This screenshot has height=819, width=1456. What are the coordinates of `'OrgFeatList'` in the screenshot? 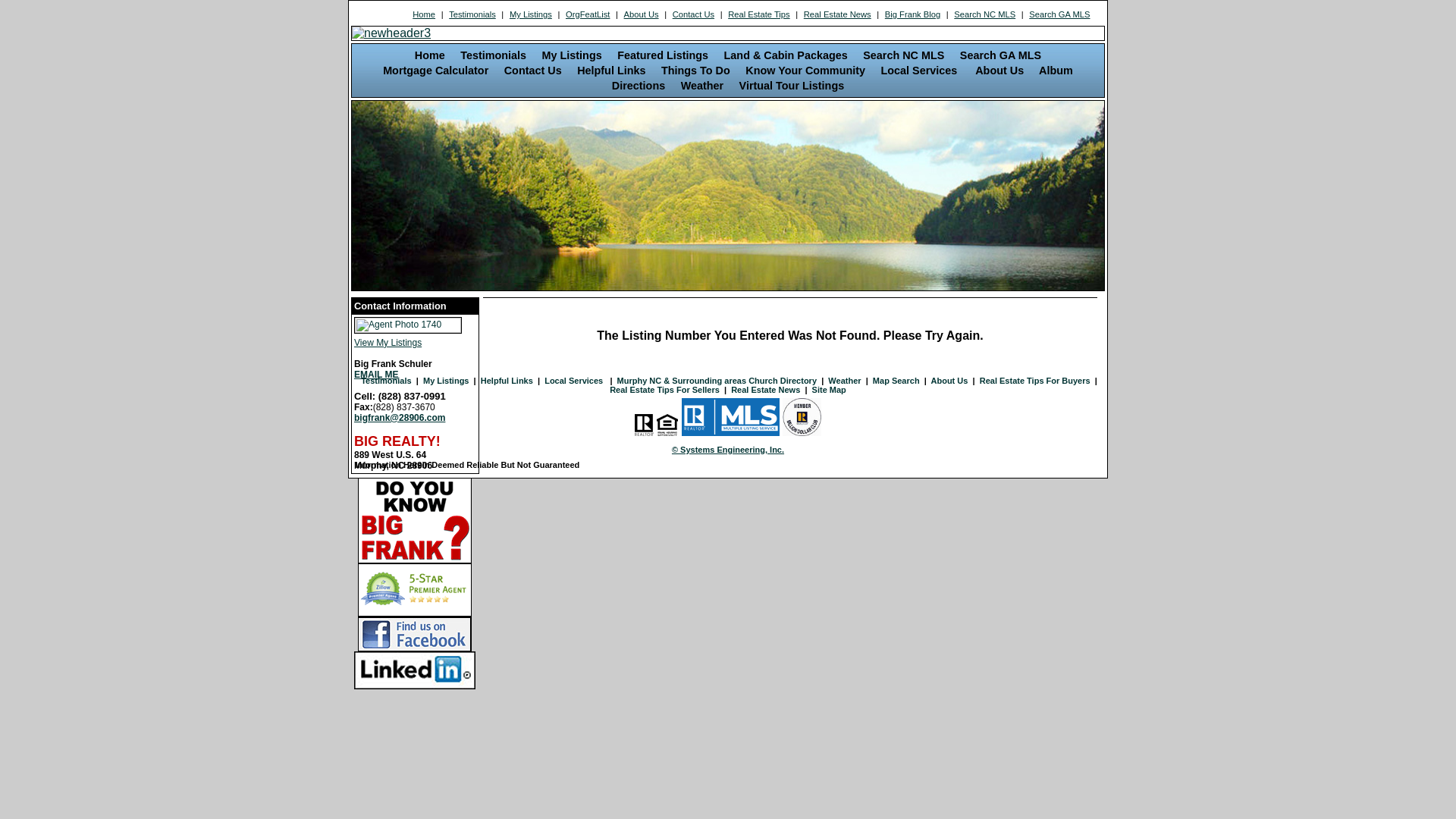 It's located at (587, 14).